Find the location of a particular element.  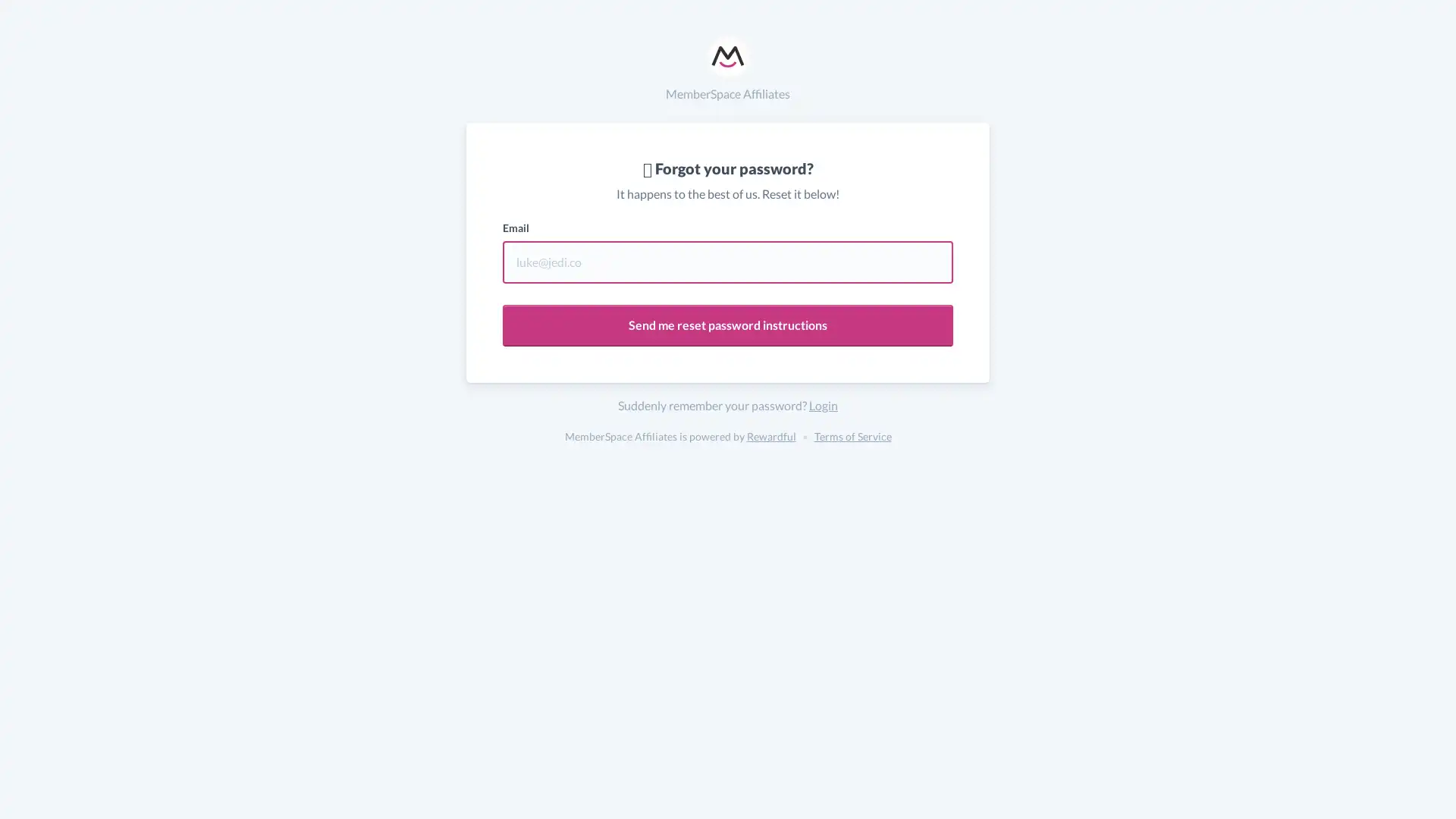

Send me reset password instructions is located at coordinates (728, 324).